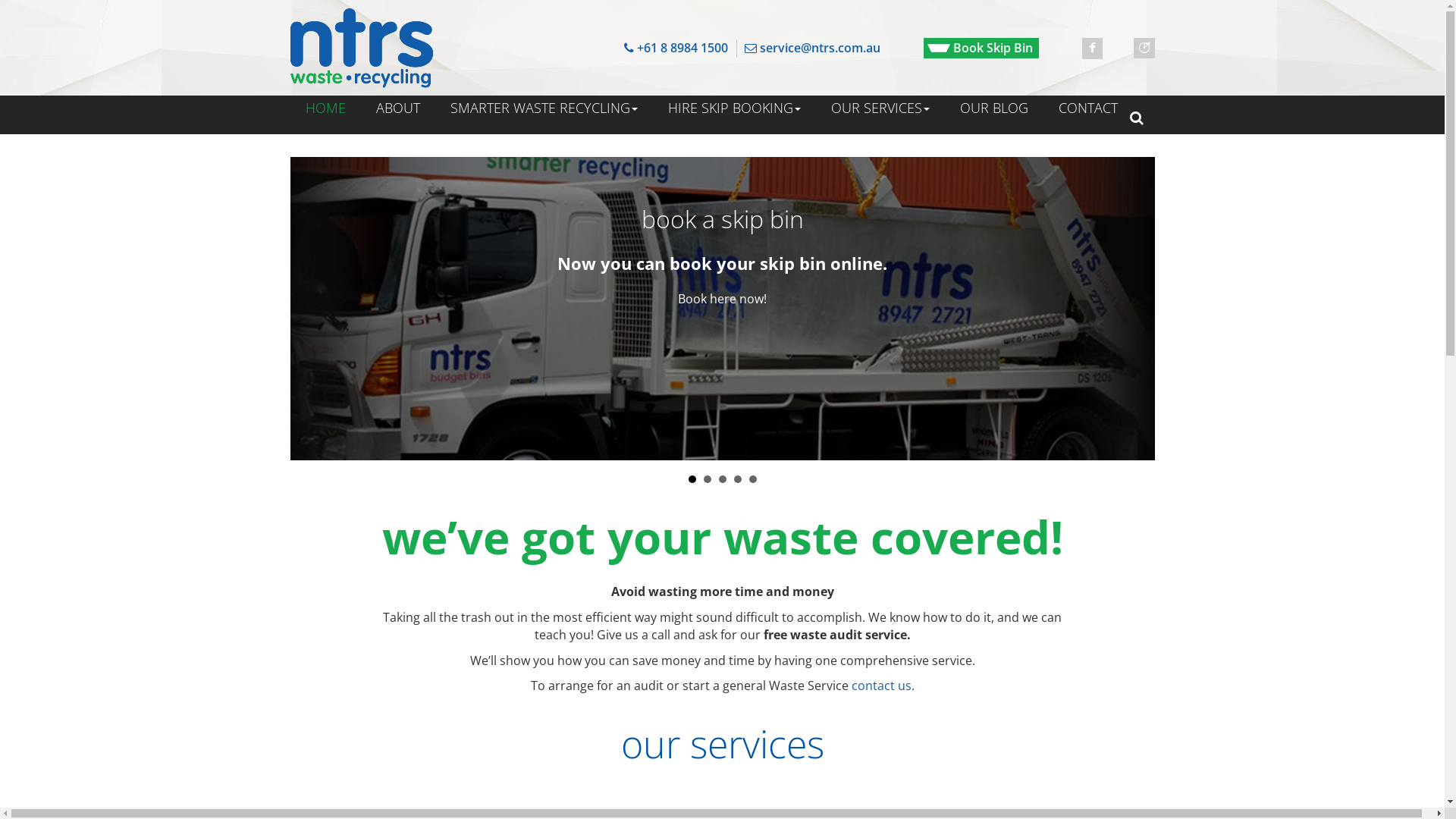 Image resolution: width=1456 pixels, height=819 pixels. Describe the element at coordinates (544, 107) in the screenshot. I see `'SMARTER WASTE RECYCLING'` at that location.